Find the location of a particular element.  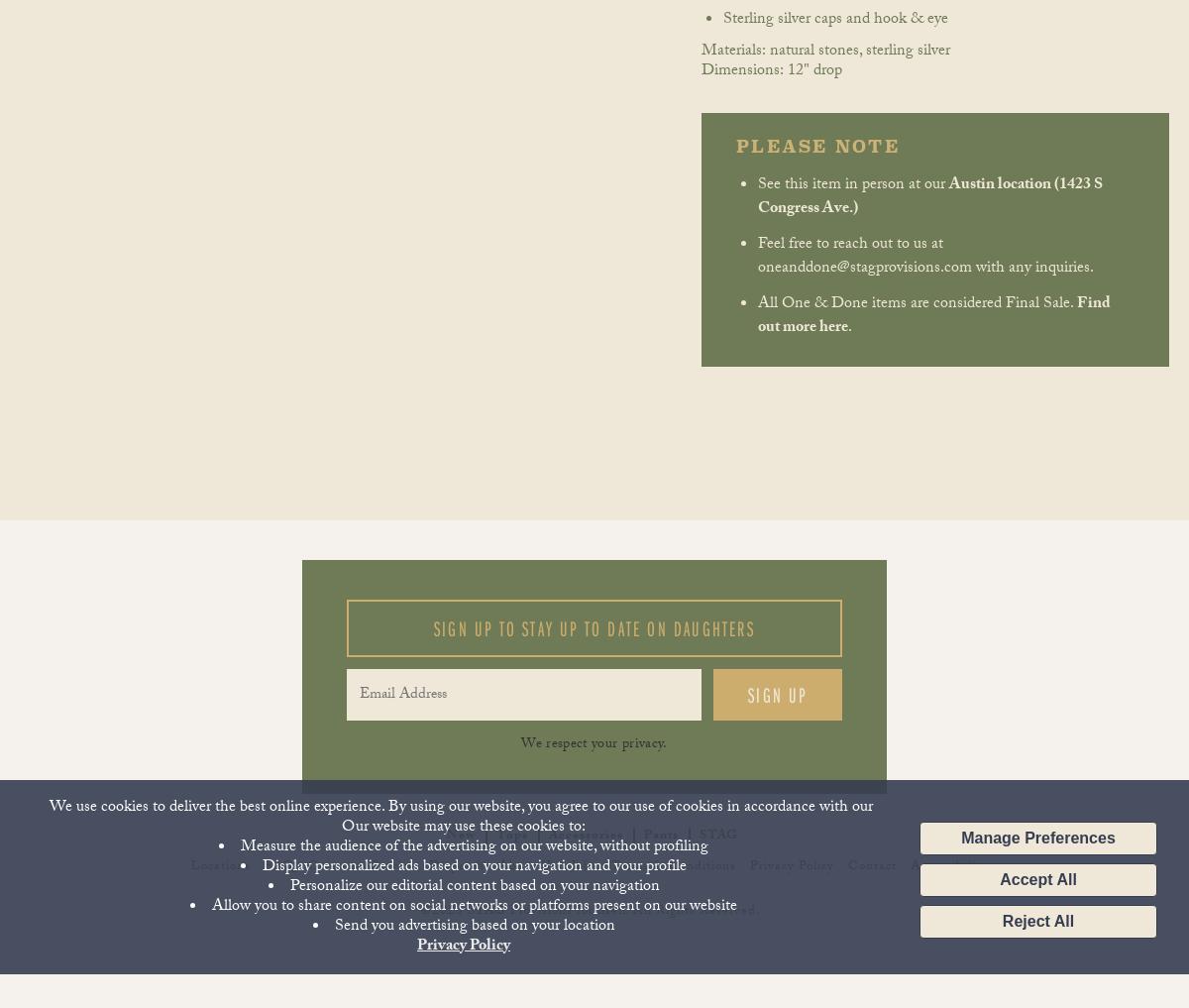

'Pay later in 4 installments complete' is located at coordinates (460, 140).